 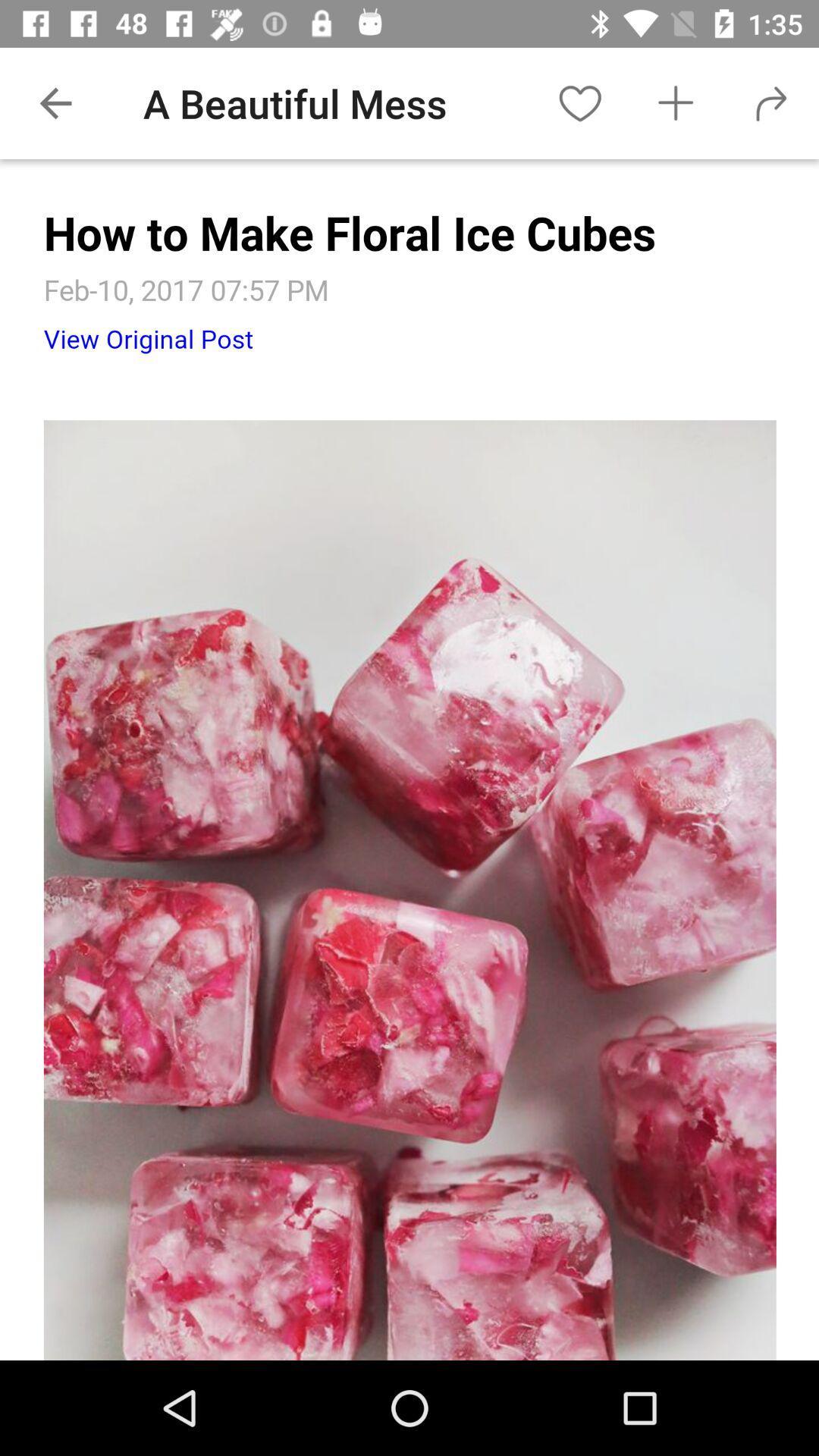 What do you see at coordinates (409, 760) in the screenshot?
I see `expand the article` at bounding box center [409, 760].